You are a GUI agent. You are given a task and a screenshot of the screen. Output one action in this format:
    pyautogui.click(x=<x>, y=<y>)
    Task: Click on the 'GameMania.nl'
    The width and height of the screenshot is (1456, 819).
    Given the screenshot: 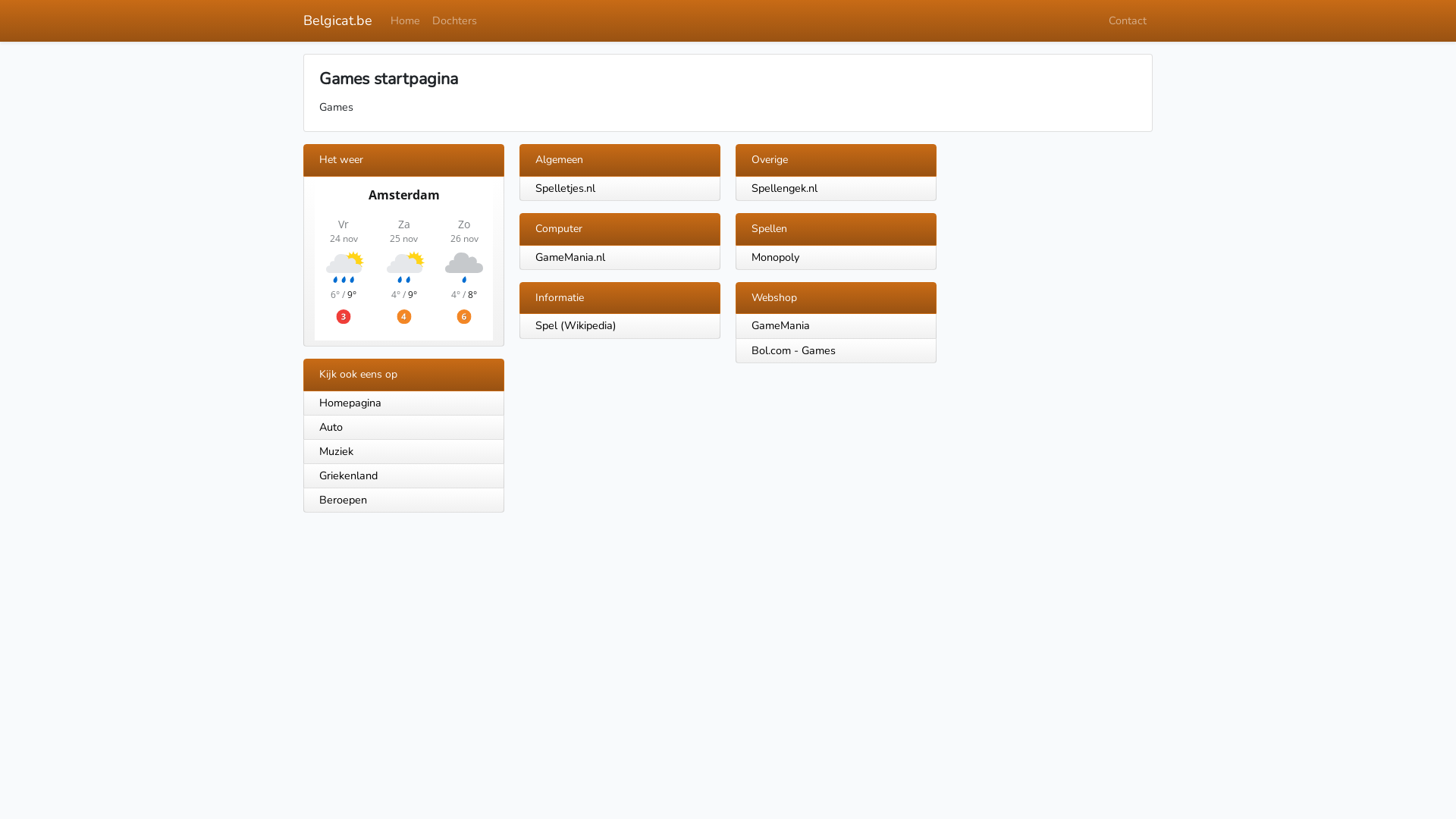 What is the action you would take?
    pyautogui.click(x=570, y=256)
    